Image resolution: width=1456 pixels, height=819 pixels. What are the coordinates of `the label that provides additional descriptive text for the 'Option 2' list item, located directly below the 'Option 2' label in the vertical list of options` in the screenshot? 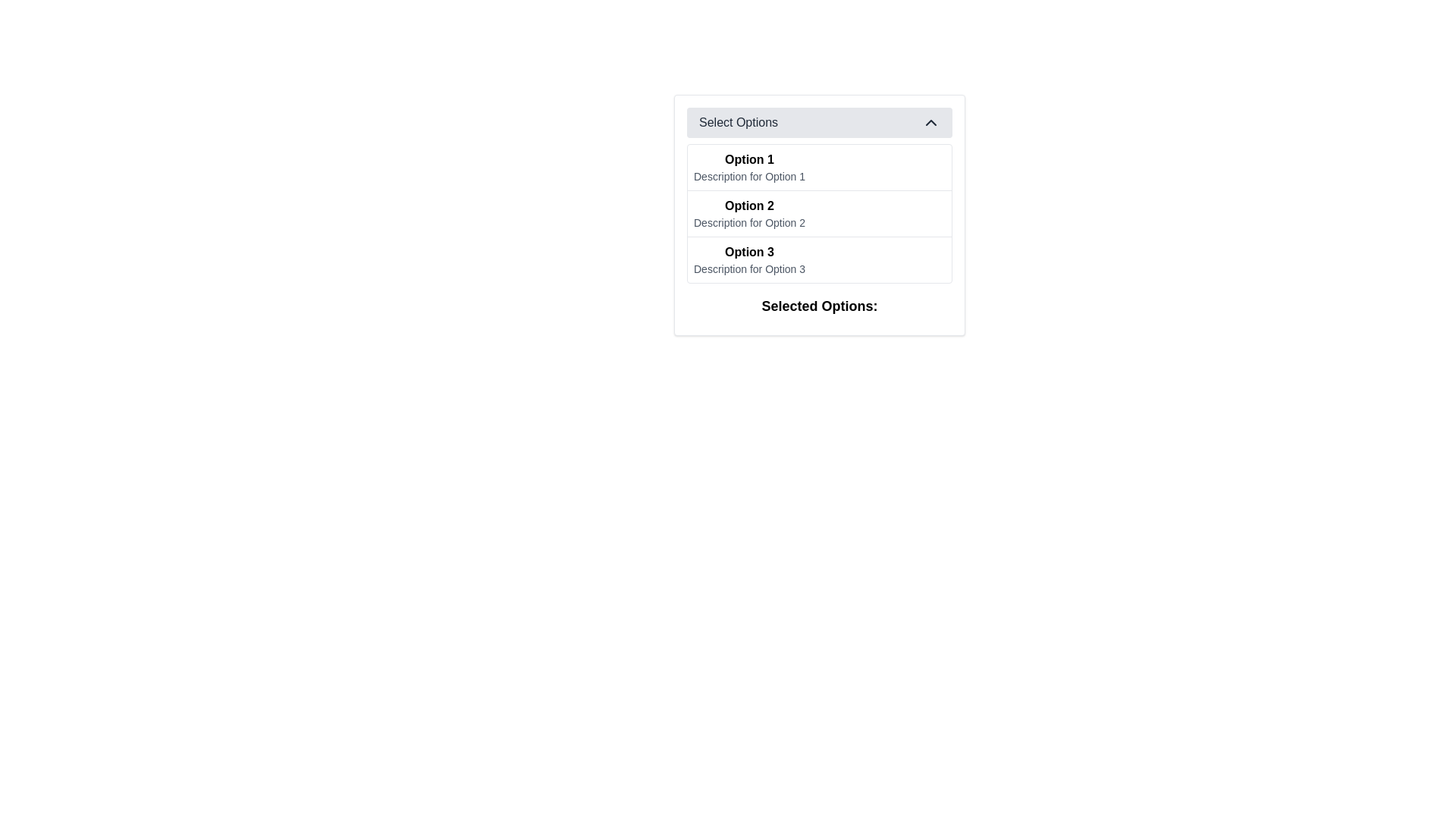 It's located at (749, 222).